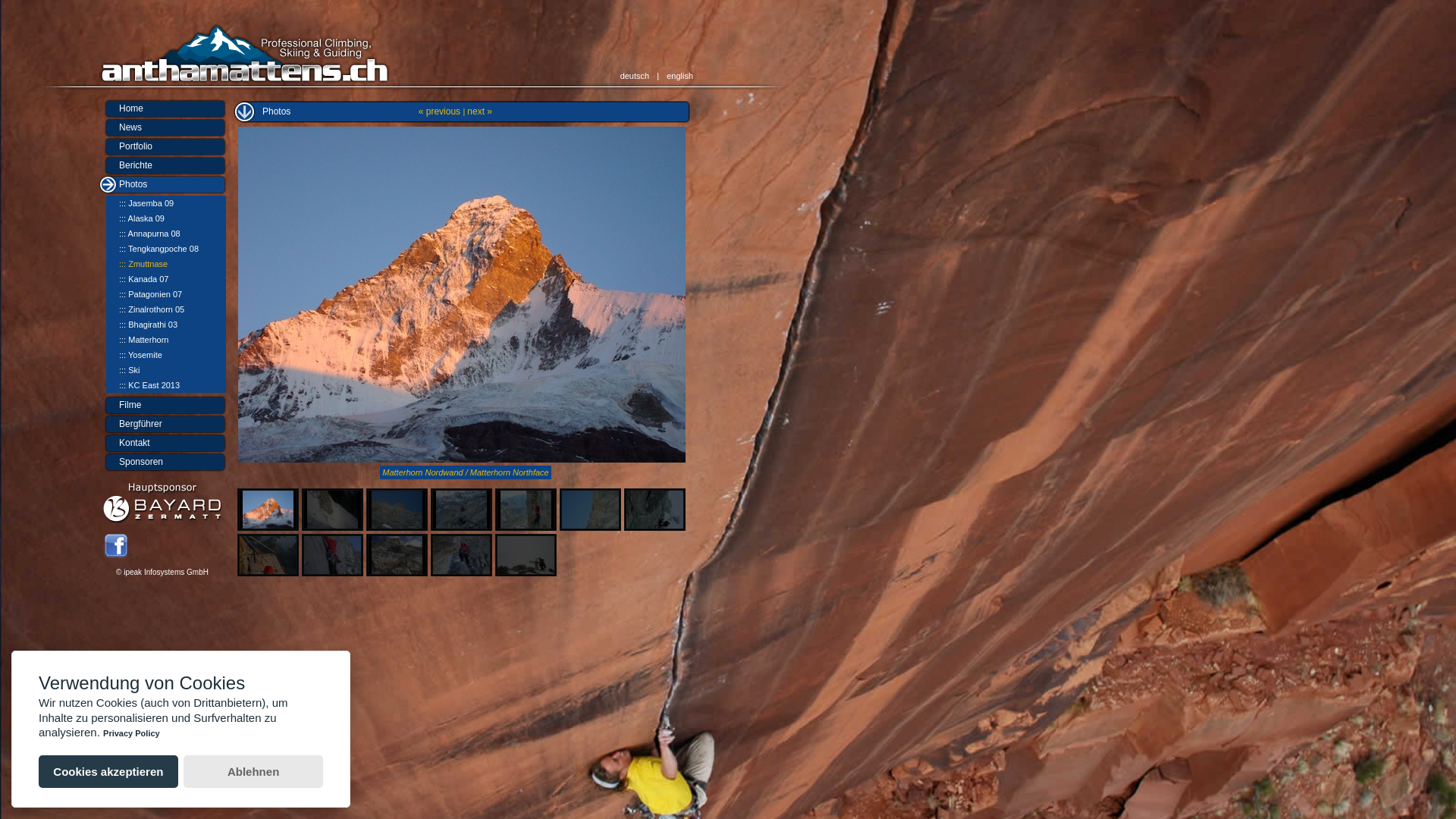 Image resolution: width=1456 pixels, height=819 pixels. I want to click on 'Filme', so click(119, 403).